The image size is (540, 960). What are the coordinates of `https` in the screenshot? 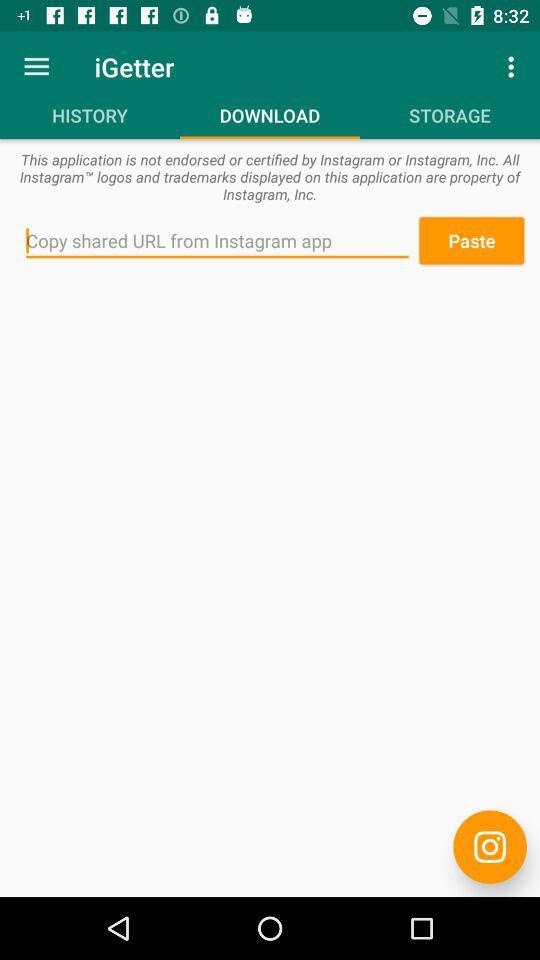 It's located at (489, 846).